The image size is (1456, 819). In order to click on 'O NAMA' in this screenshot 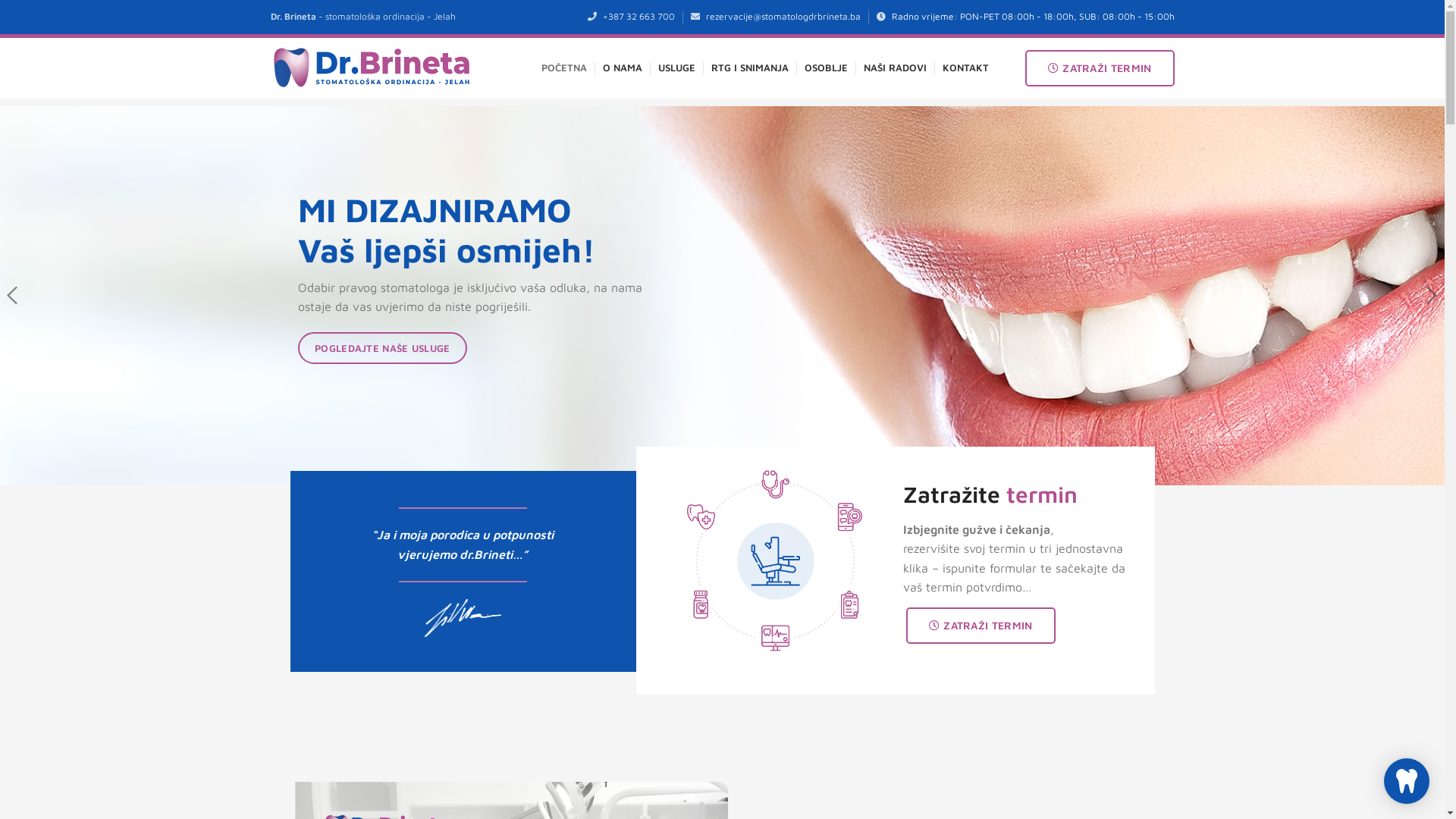, I will do `click(595, 67)`.